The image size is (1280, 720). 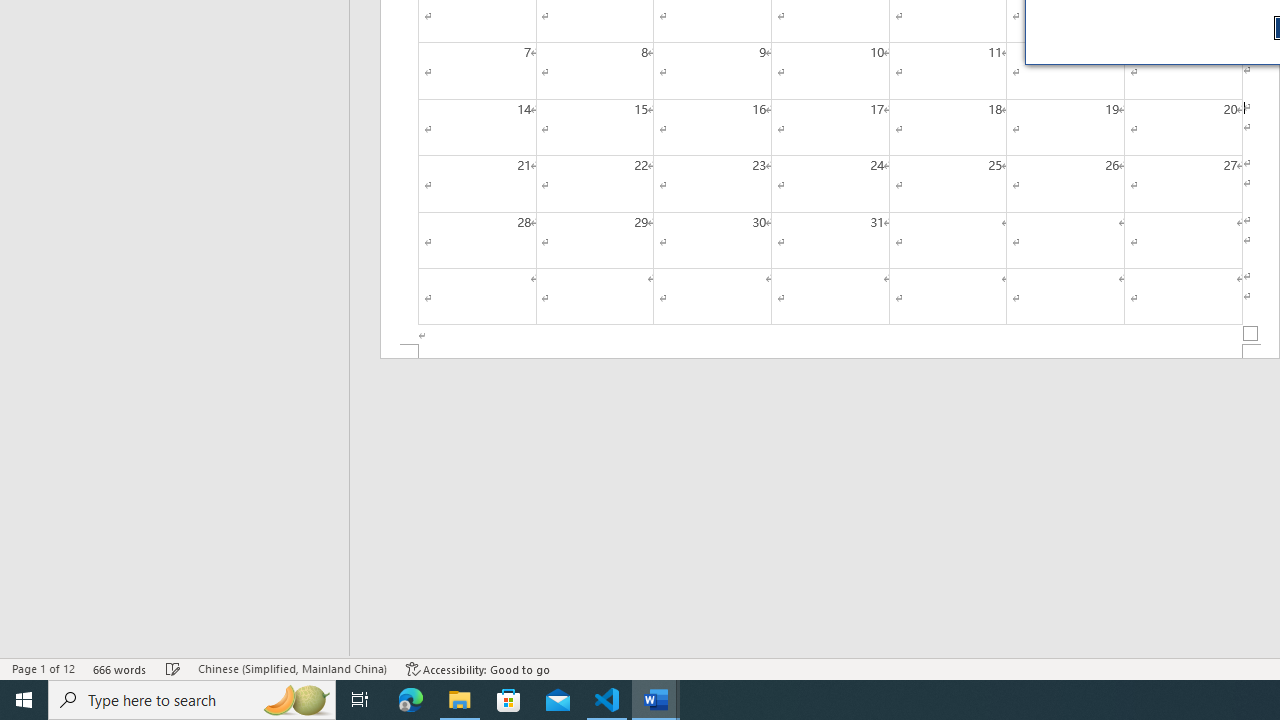 I want to click on 'Spelling and Grammar Check Checking', so click(x=173, y=669).